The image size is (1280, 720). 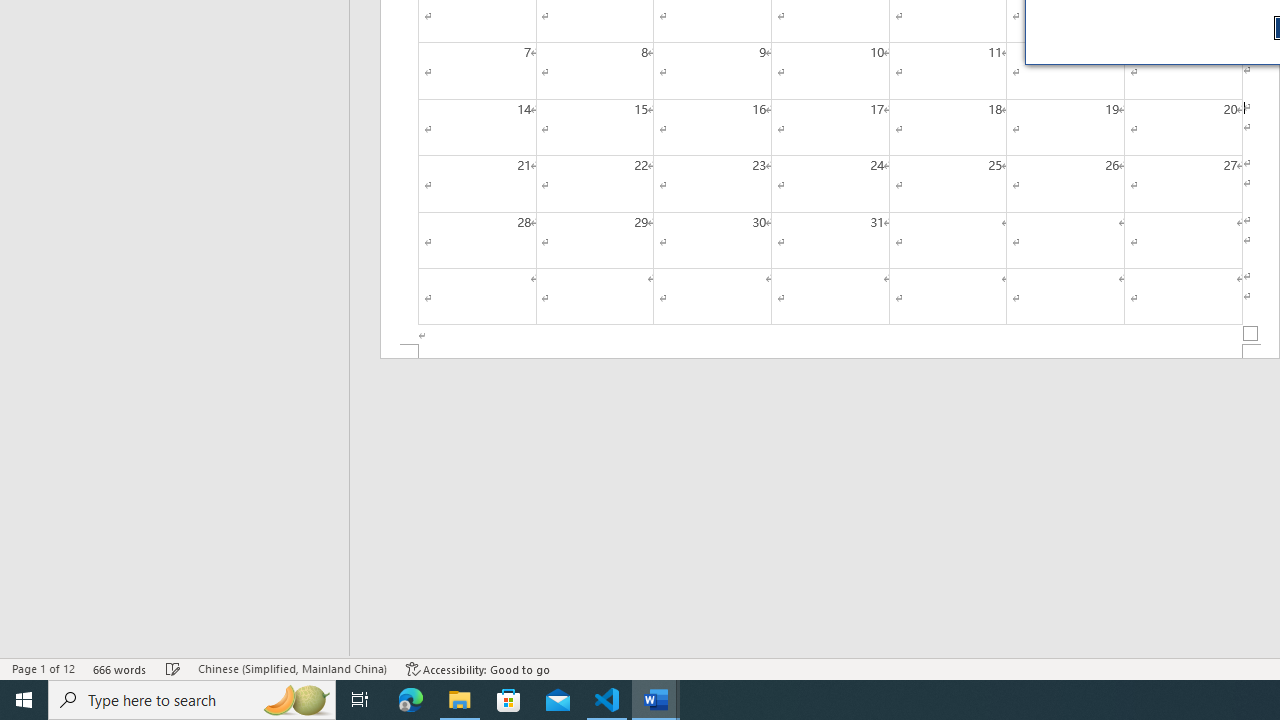 I want to click on 'Spelling and Grammar Check Checking', so click(x=173, y=669).